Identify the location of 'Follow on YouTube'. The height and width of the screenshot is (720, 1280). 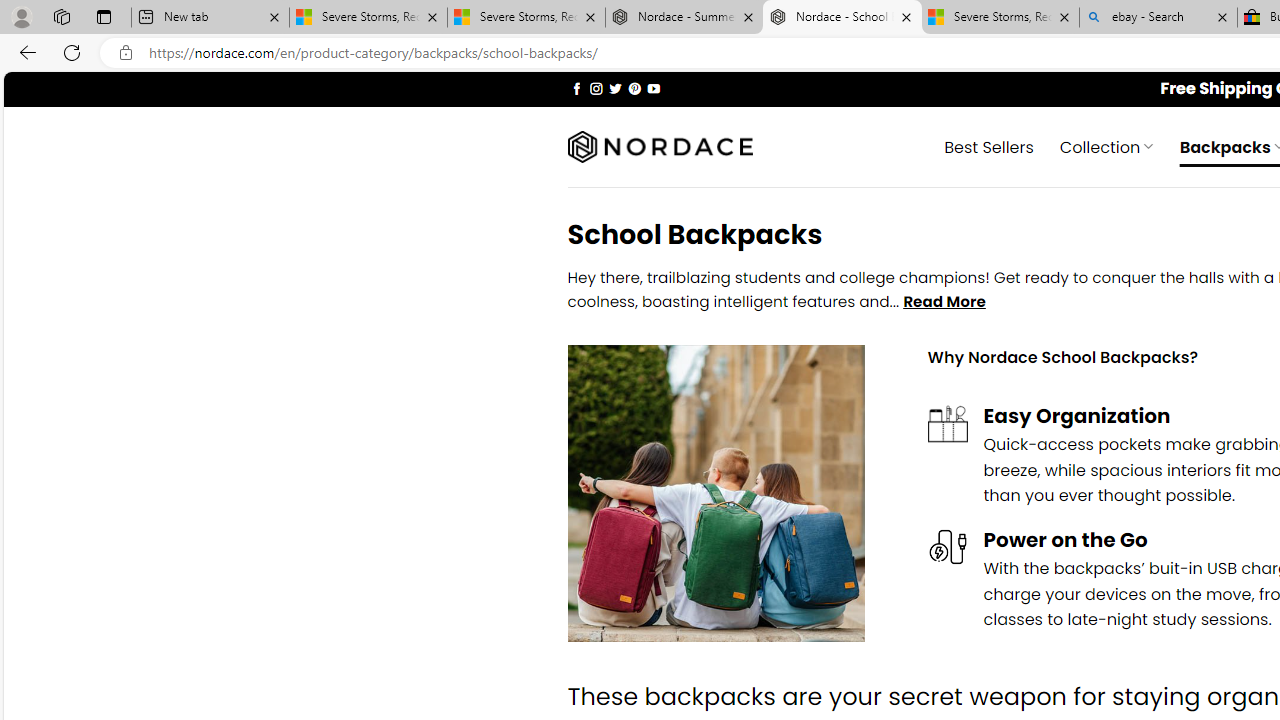
(653, 87).